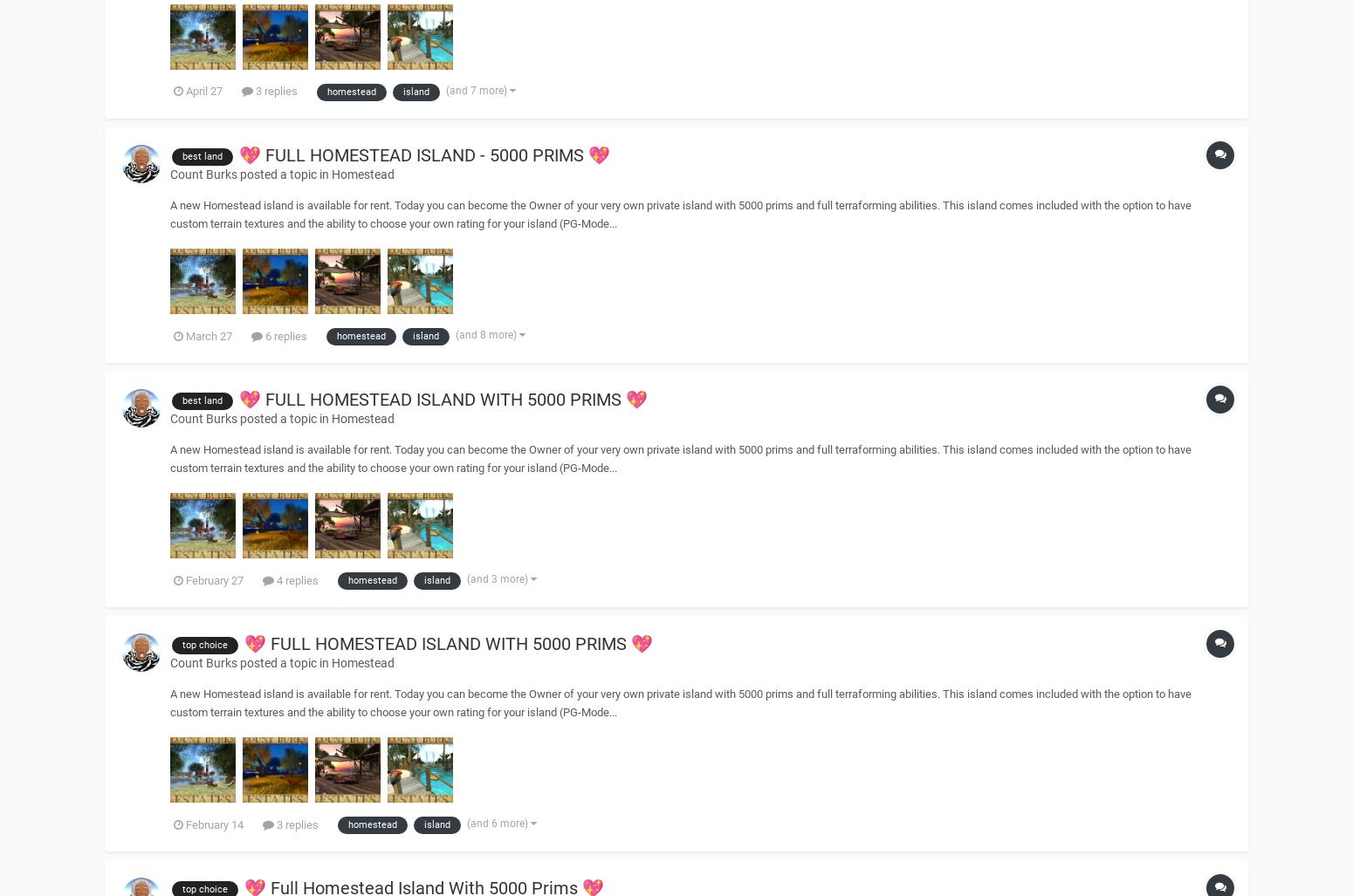 This screenshot has height=896, width=1353. I want to click on '💖 FULL HOMESTEAD ISLAND - 5000 PRIMS 💖', so click(423, 153).